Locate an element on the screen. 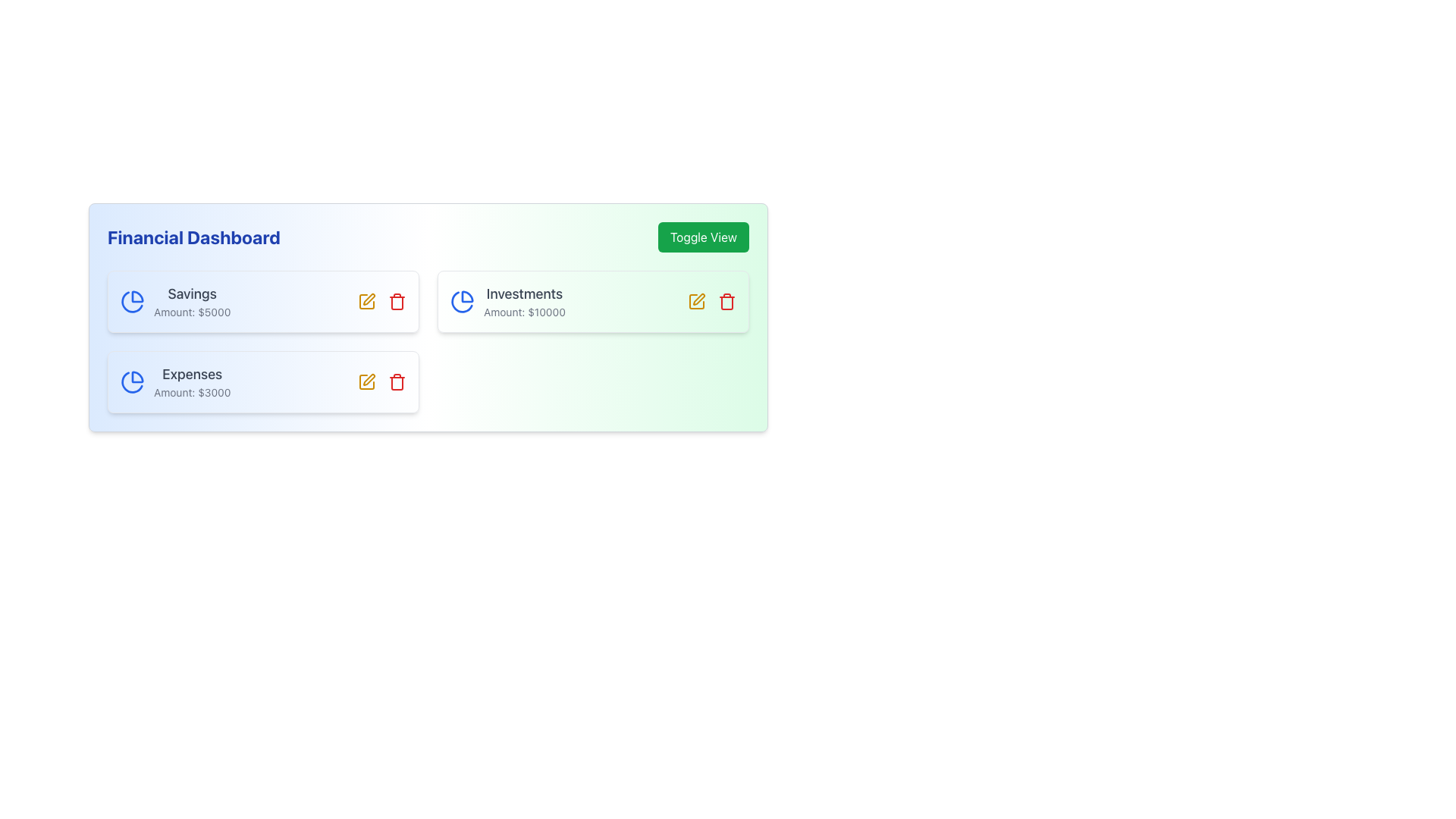 The image size is (1456, 819). the label indicating that the information in this panel pertains to investments, located at the top left area of the 'Investments' panel is located at coordinates (524, 294).